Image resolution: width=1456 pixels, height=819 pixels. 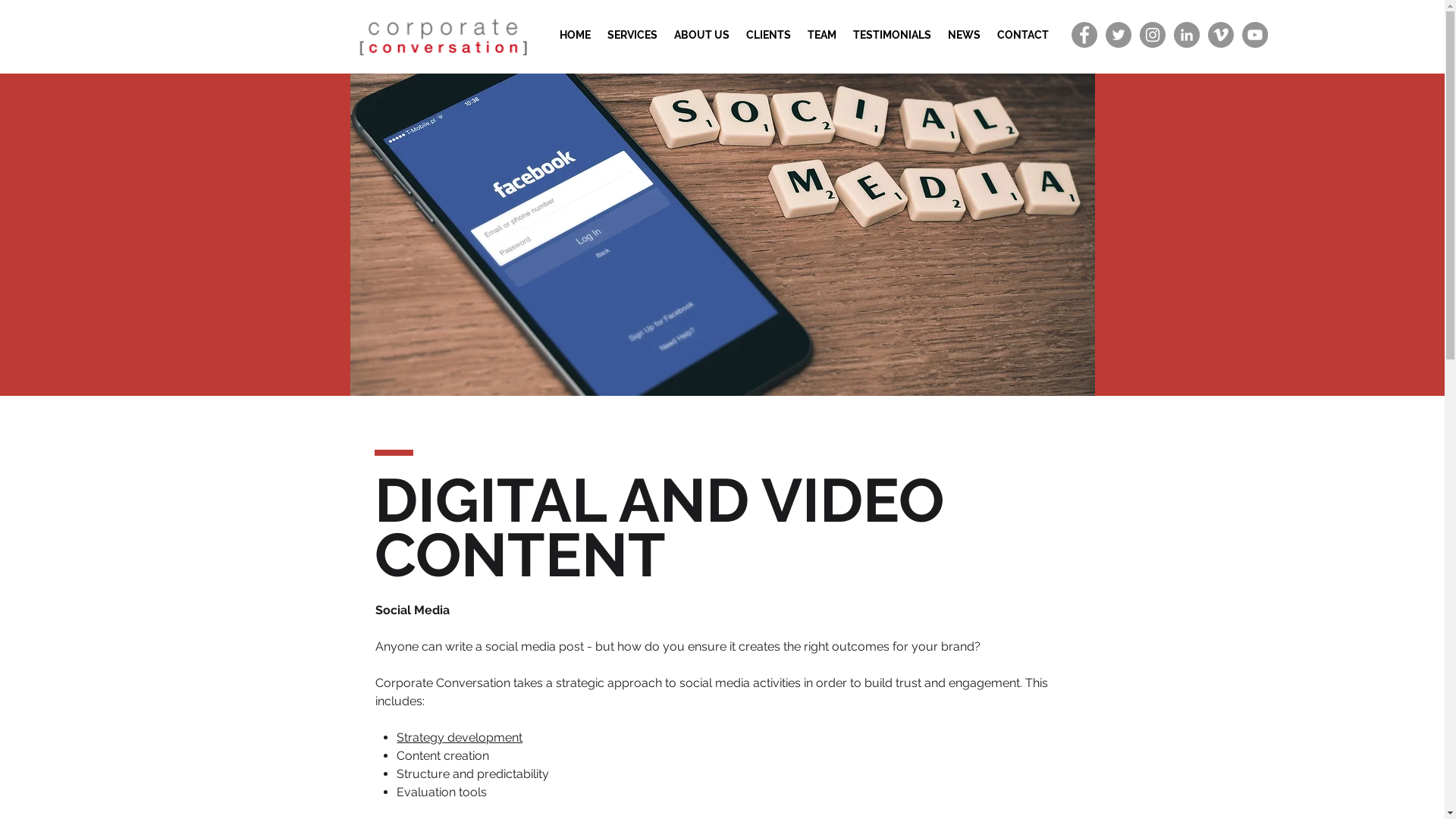 What do you see at coordinates (458, 736) in the screenshot?
I see `'Strategy development'` at bounding box center [458, 736].